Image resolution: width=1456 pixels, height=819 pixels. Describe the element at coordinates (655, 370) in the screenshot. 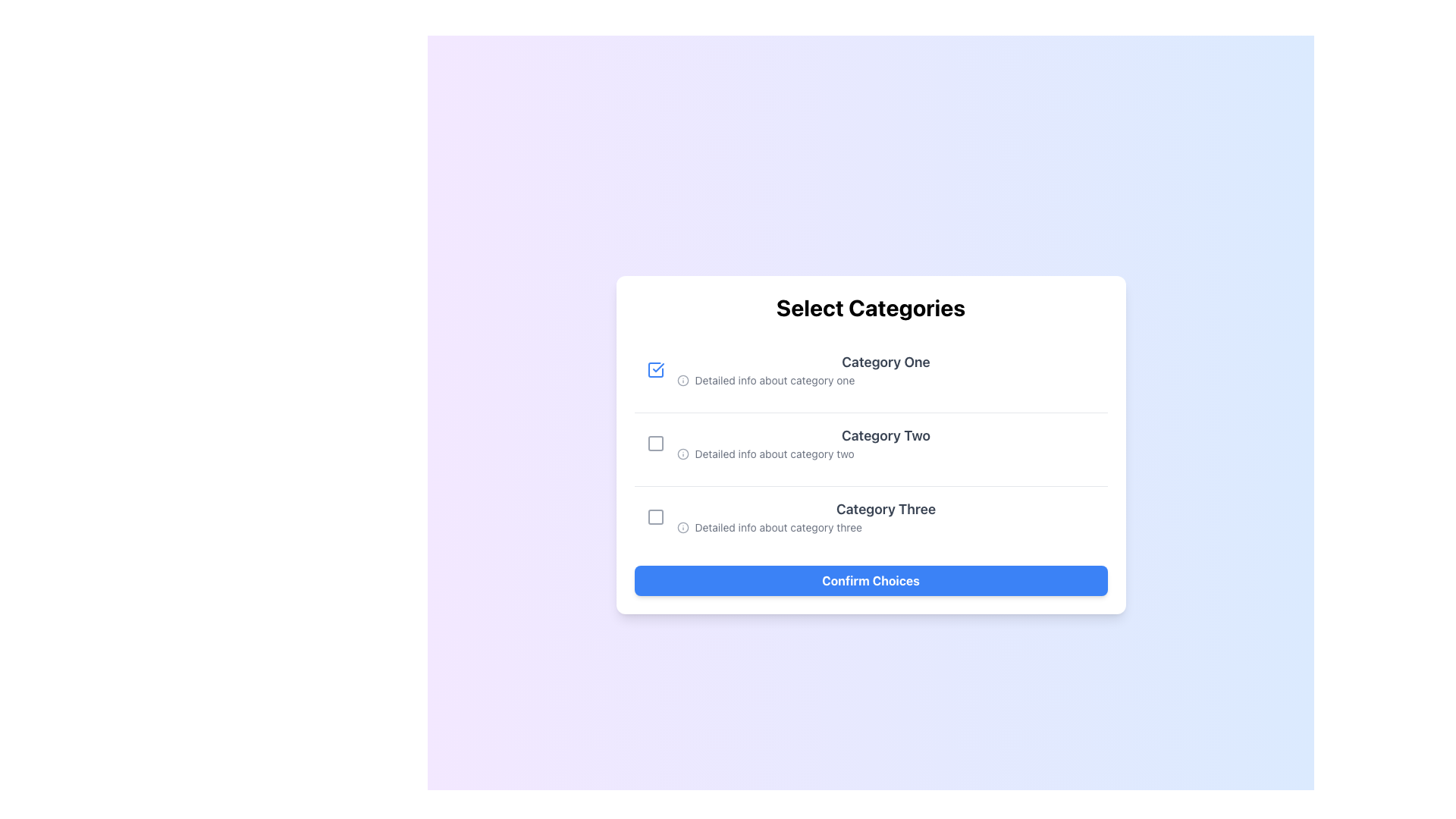

I see `the checkbox represented by the highlighted square outline styled in blue, located at the upper-left corner of the modal interface, next to the label 'Category One'` at that location.